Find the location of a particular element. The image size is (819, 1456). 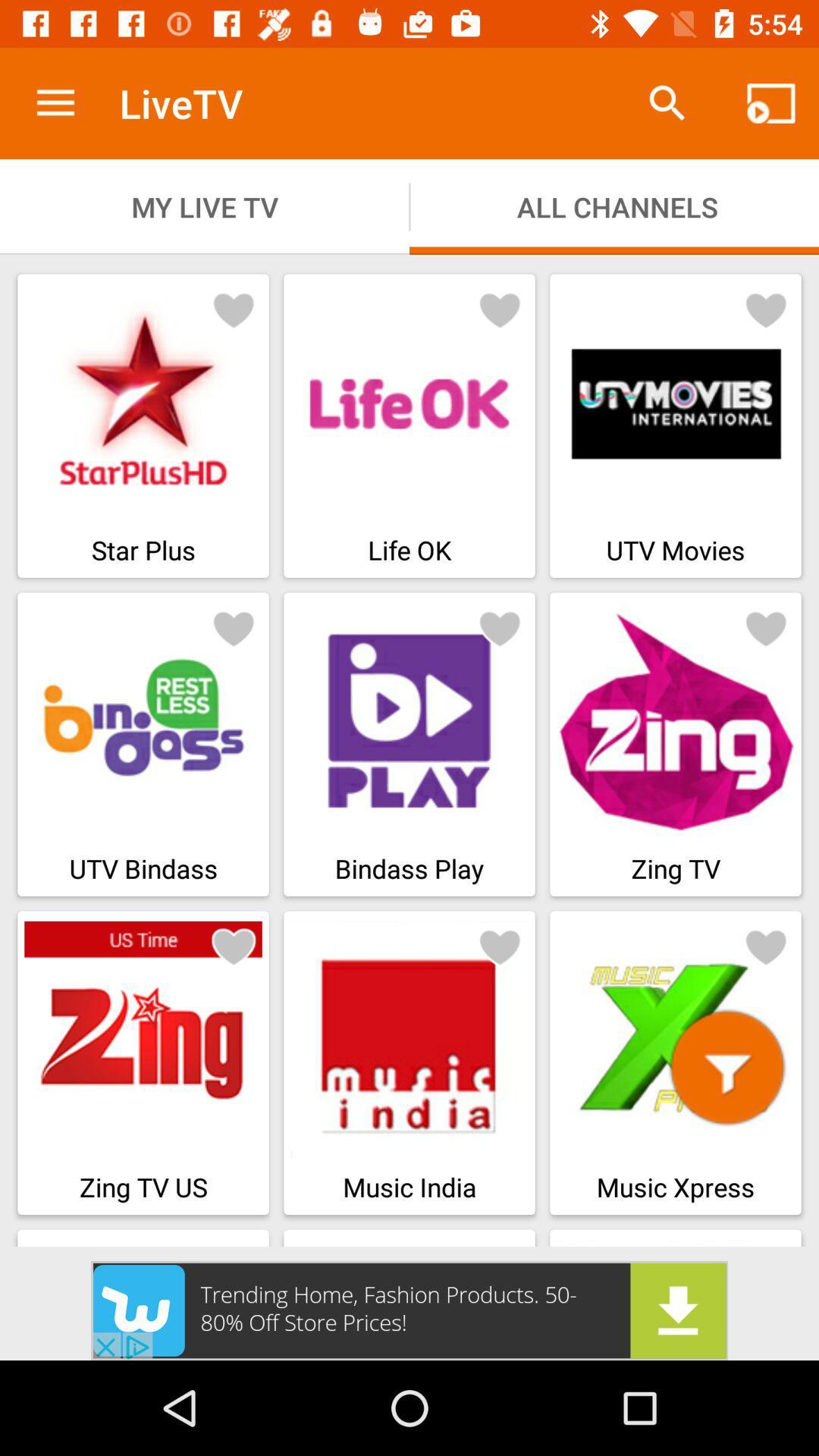

like is located at coordinates (500, 946).